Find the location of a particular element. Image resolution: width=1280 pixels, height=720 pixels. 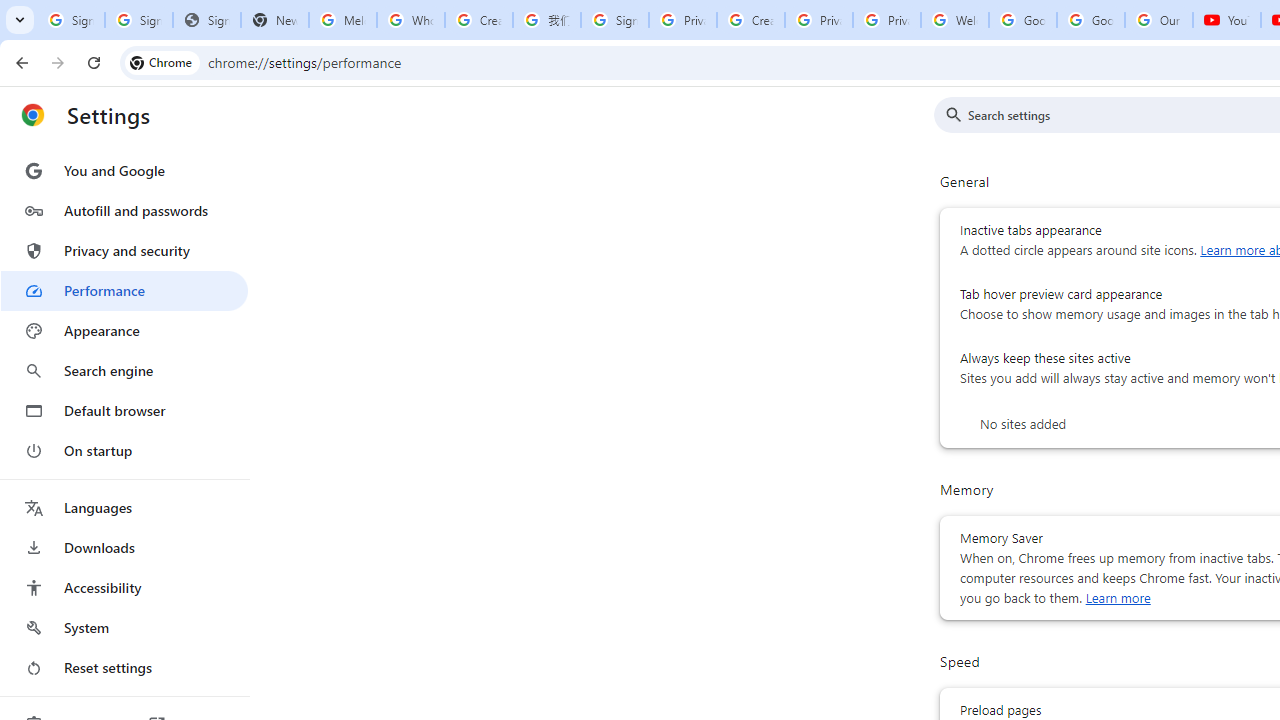

'Downloads' is located at coordinates (123, 547).